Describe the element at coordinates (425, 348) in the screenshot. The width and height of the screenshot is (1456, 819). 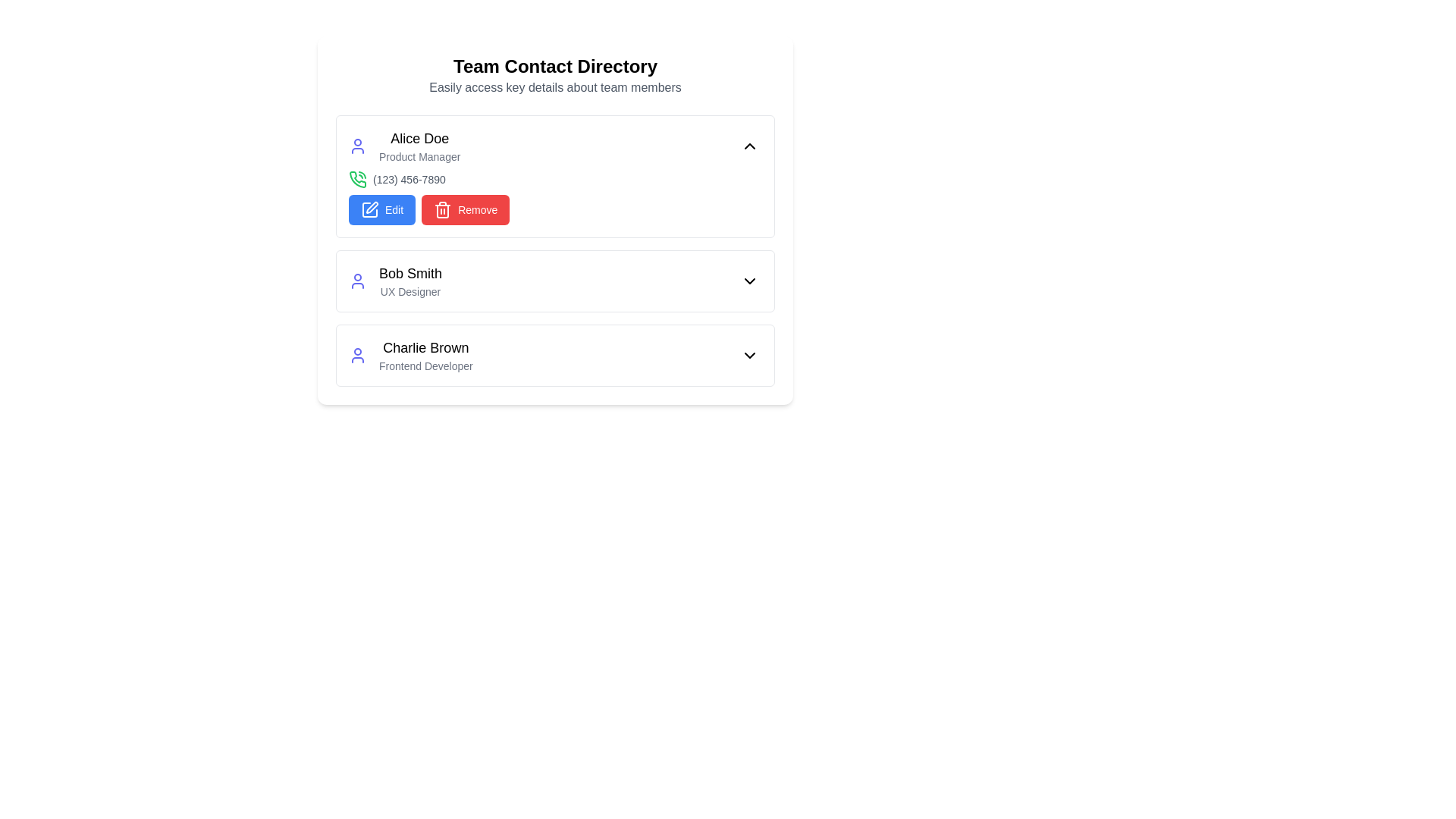
I see `the user name displayed in the static text label of the bottom contact card, positioned above the description 'Frontend Developer' by moving the cursor to this element` at that location.